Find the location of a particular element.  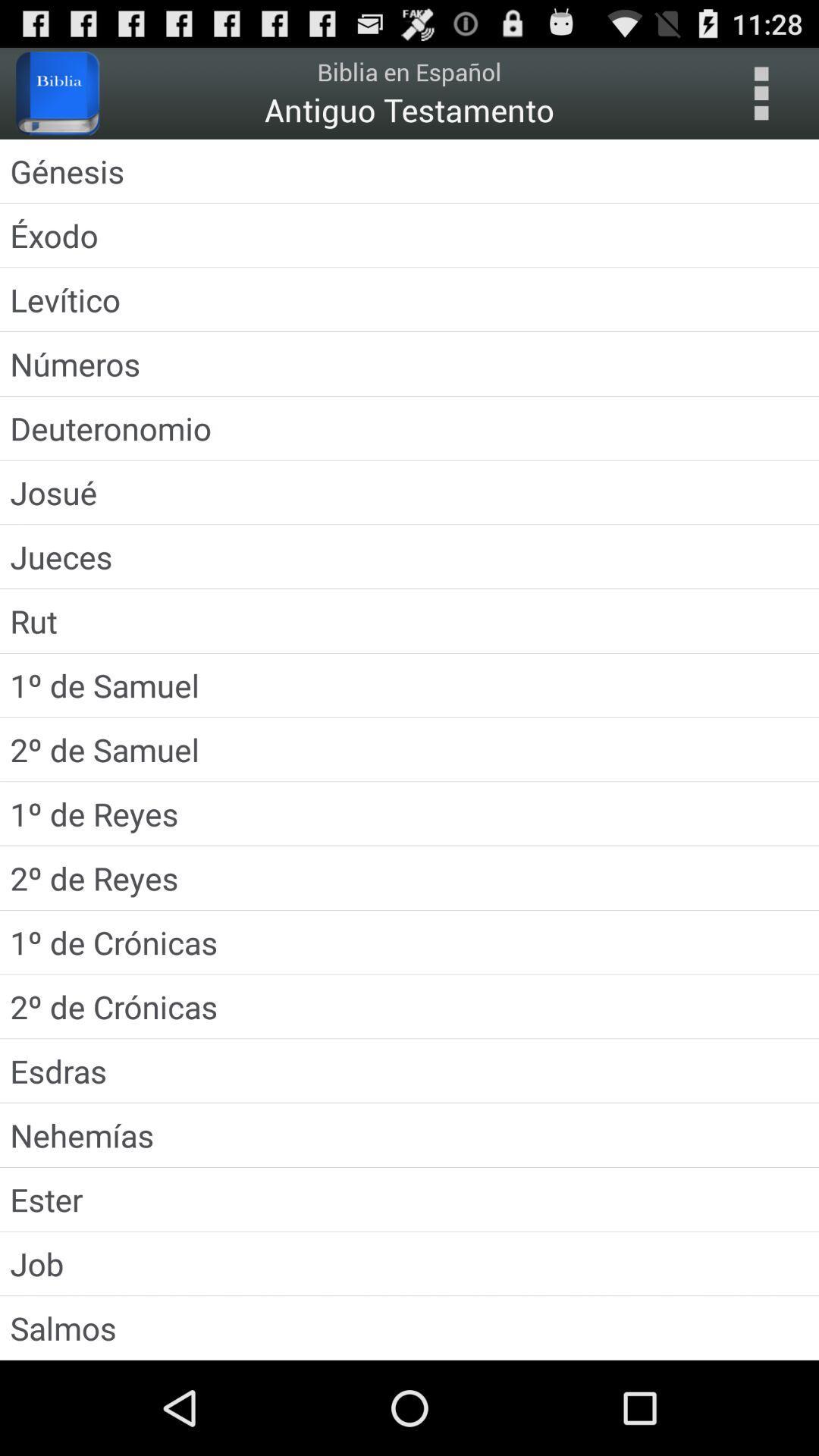

the book icon is located at coordinates (57, 99).